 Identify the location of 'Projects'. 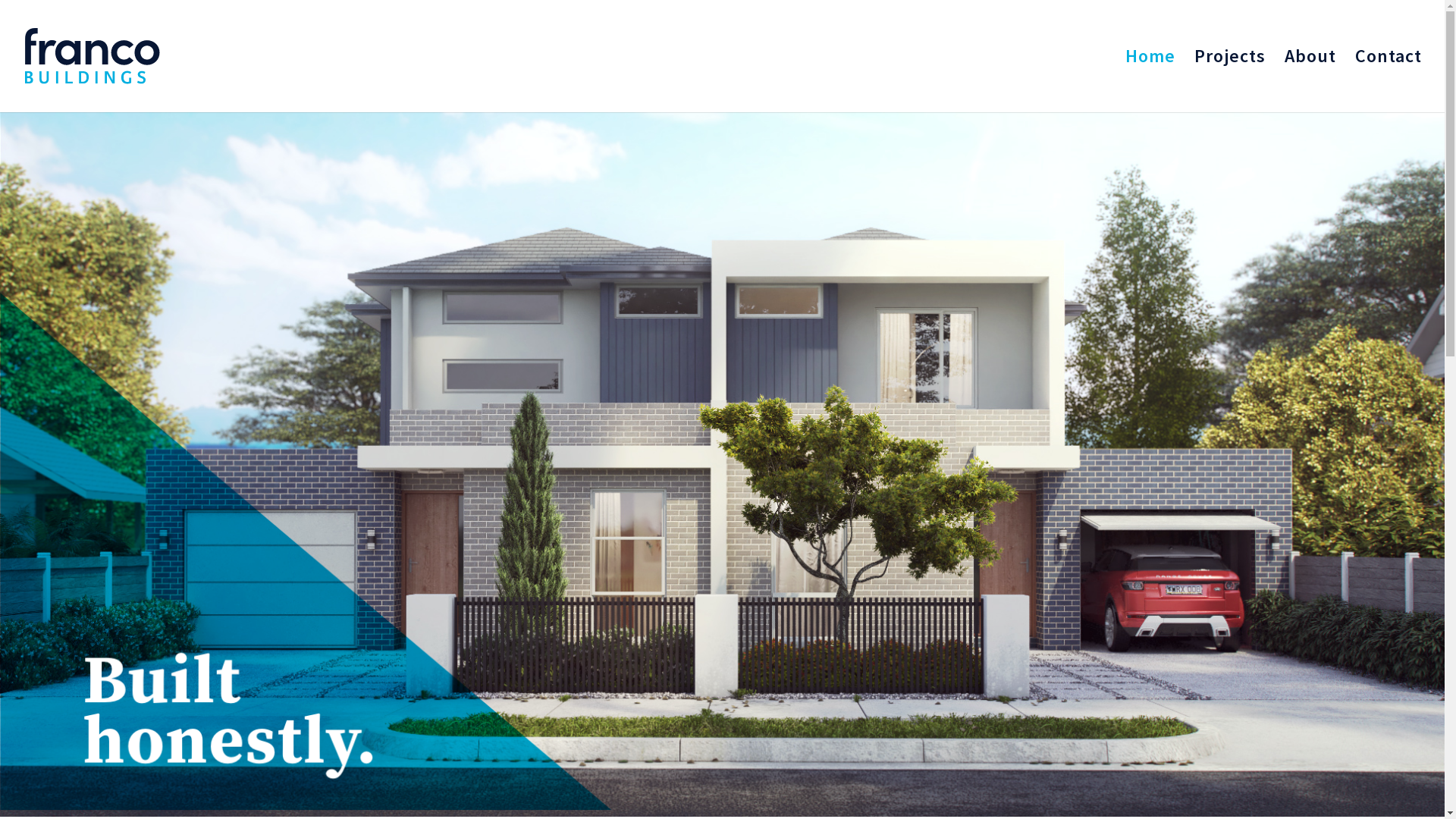
(1193, 81).